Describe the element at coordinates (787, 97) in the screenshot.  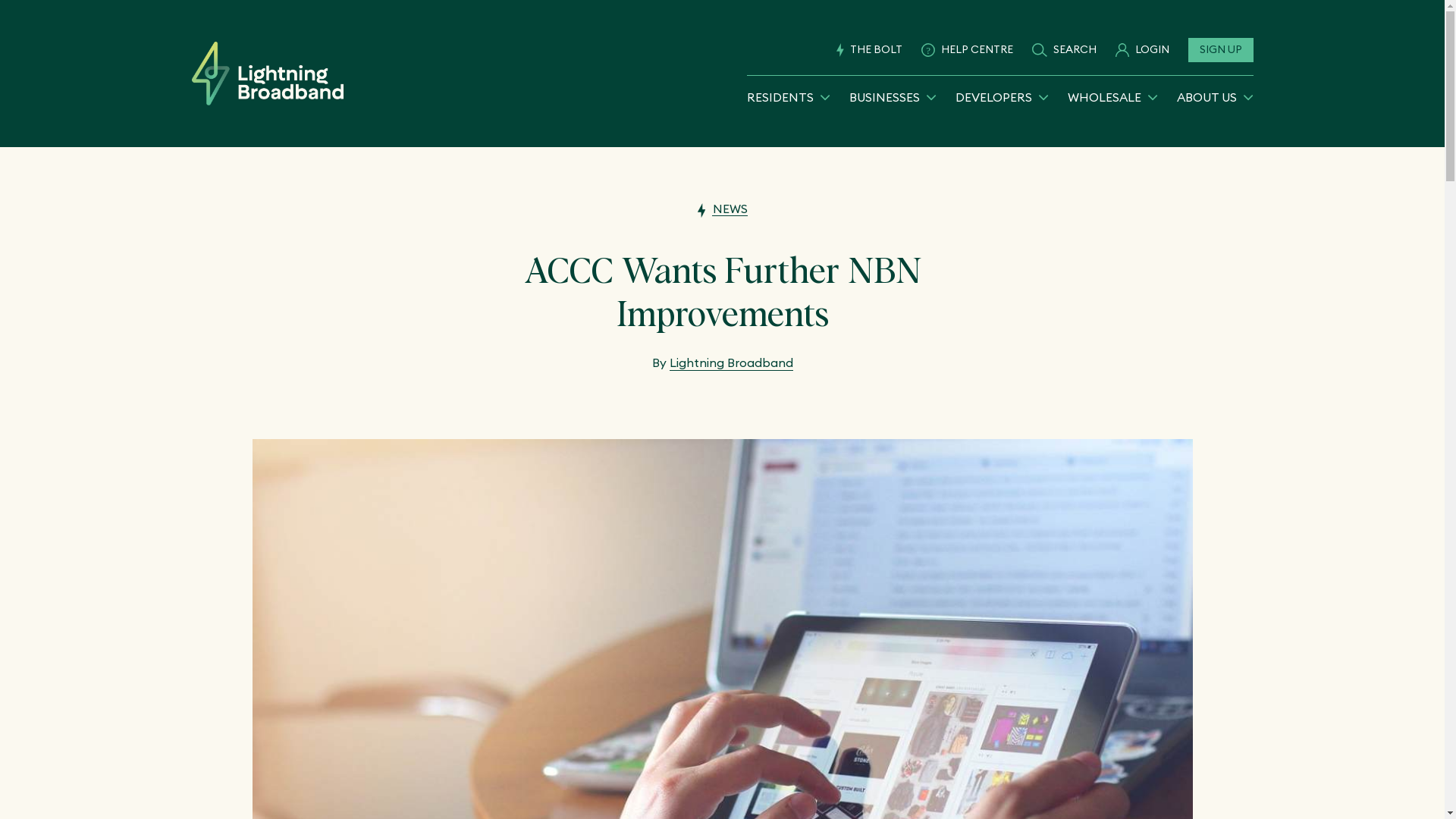
I see `'RESIDENTS'` at that location.